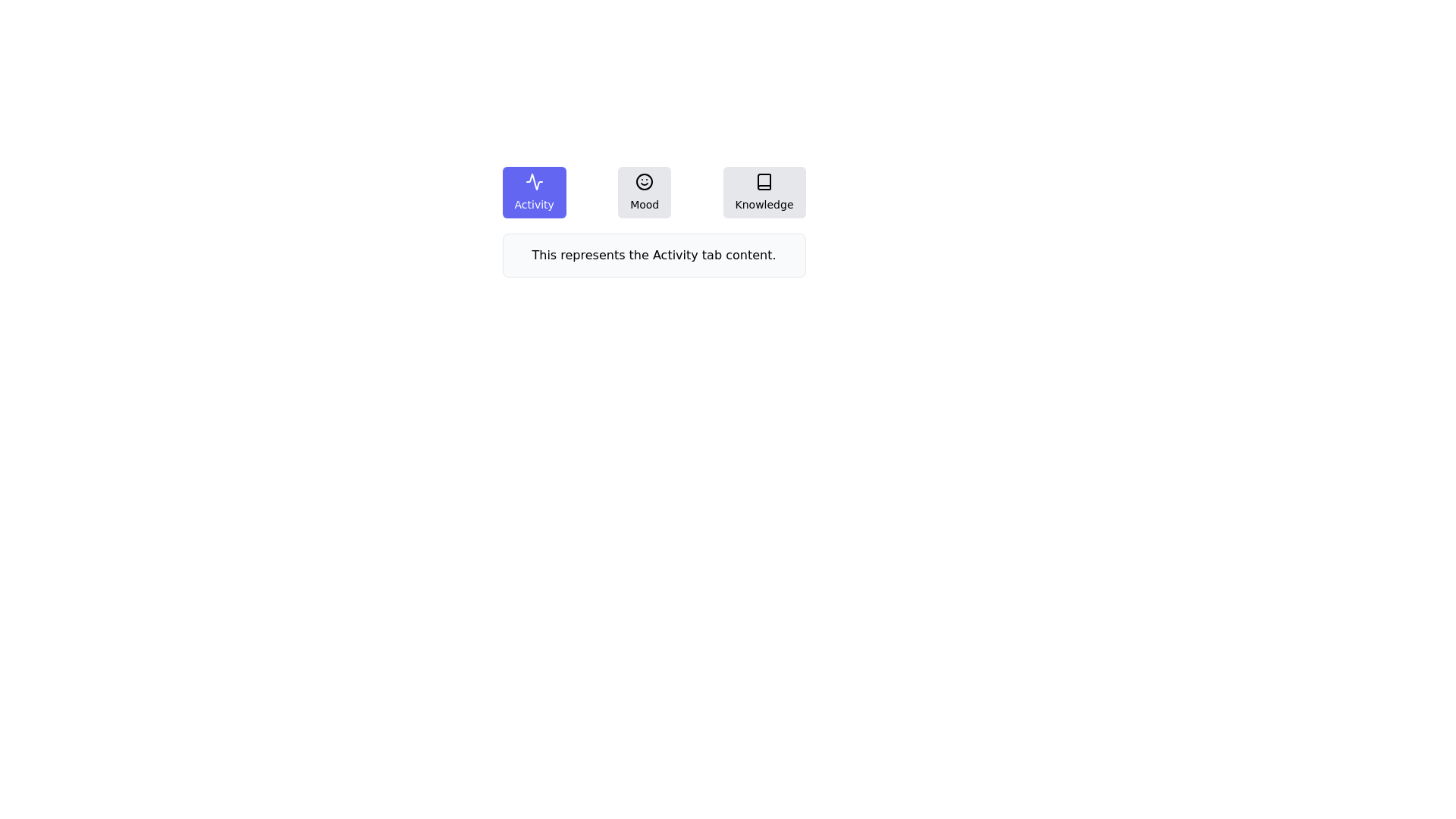  Describe the element at coordinates (534, 180) in the screenshot. I see `the icon with a dynamic stroke pattern located in the 'Activity' tab` at that location.